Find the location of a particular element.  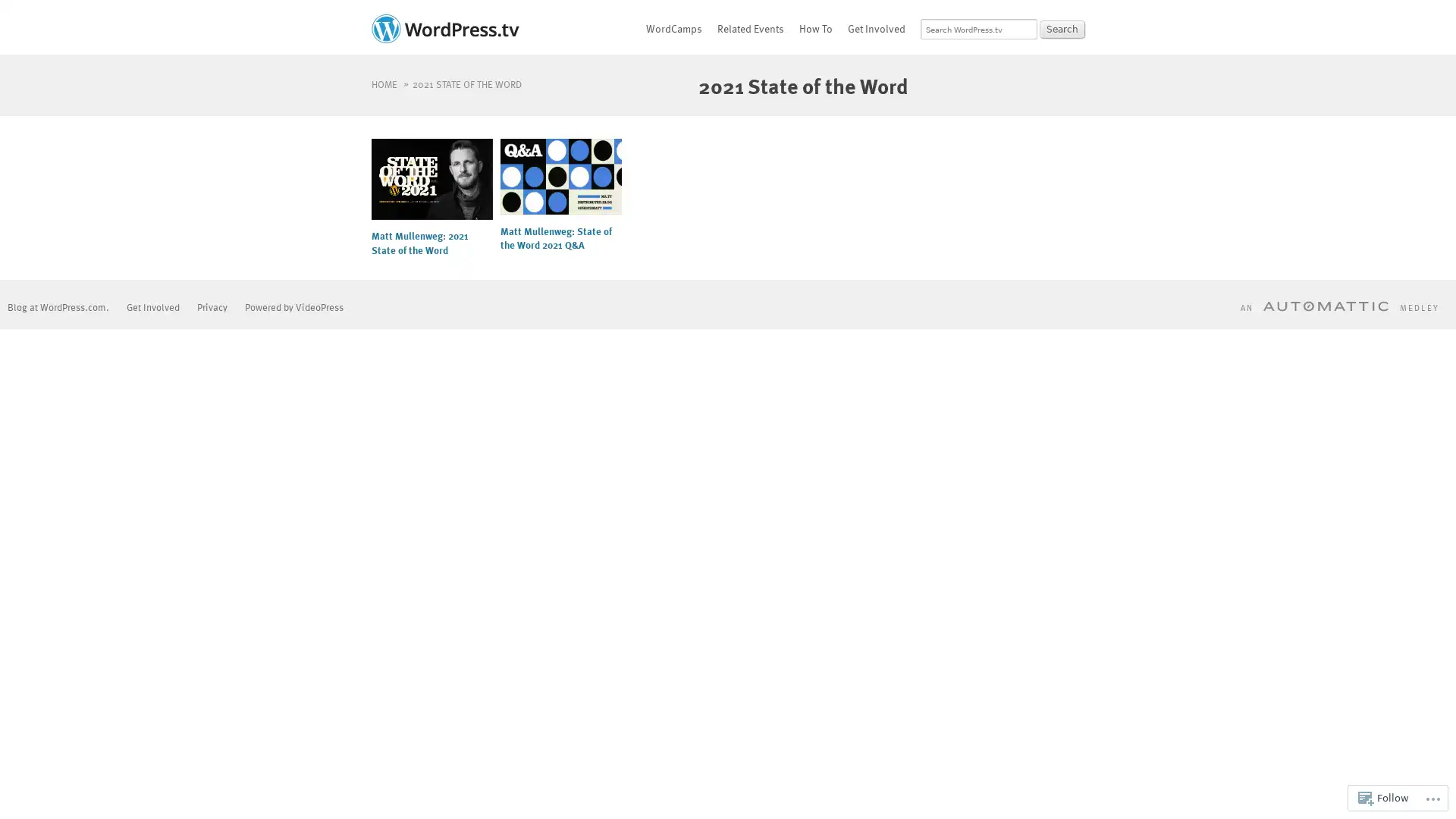

Search is located at coordinates (1062, 29).